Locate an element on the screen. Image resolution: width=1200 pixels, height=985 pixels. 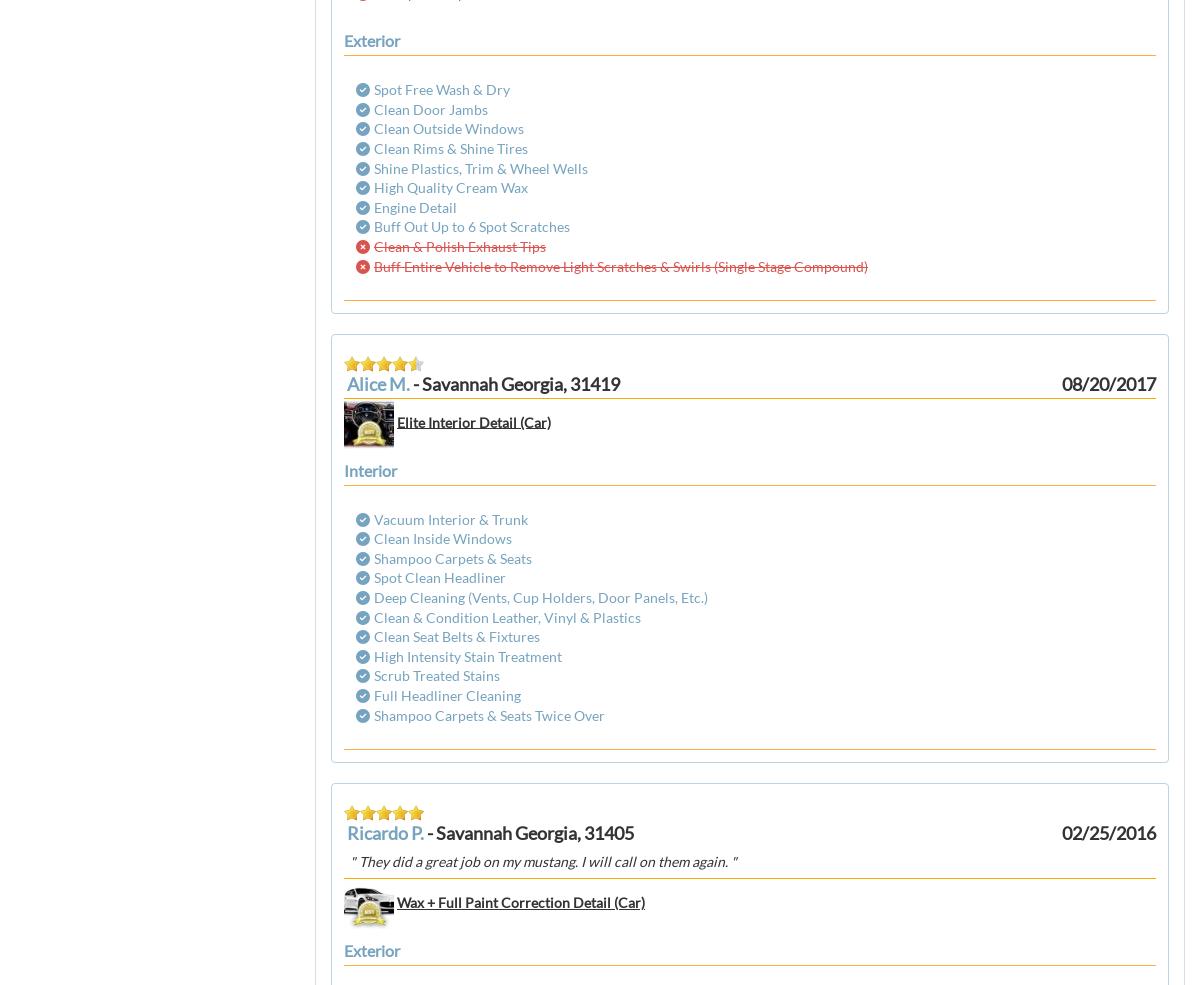
'Spot Free Wash & Dry' is located at coordinates (441, 88).